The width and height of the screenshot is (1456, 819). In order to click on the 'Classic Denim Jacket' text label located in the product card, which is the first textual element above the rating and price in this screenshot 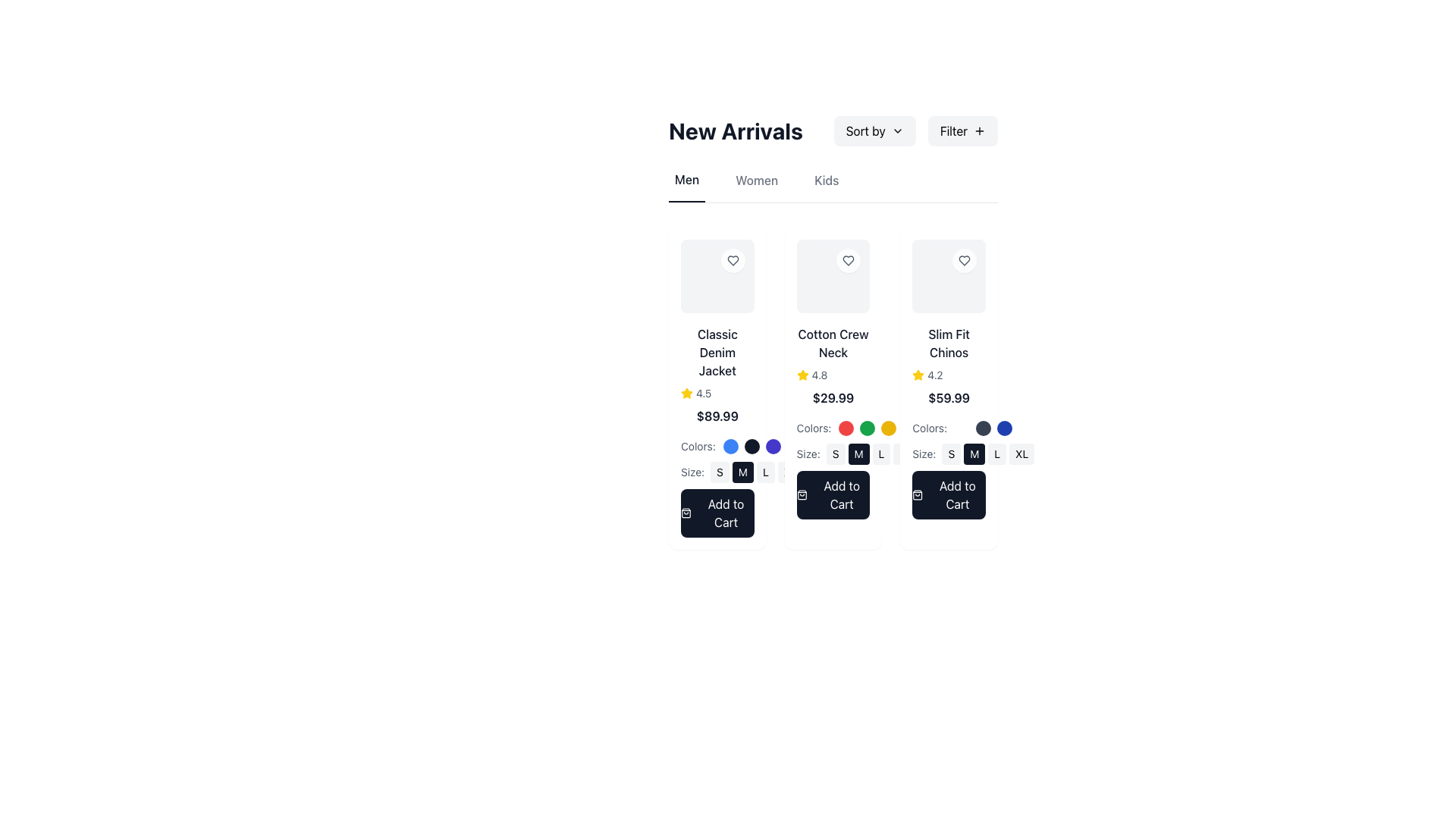, I will do `click(717, 352)`.